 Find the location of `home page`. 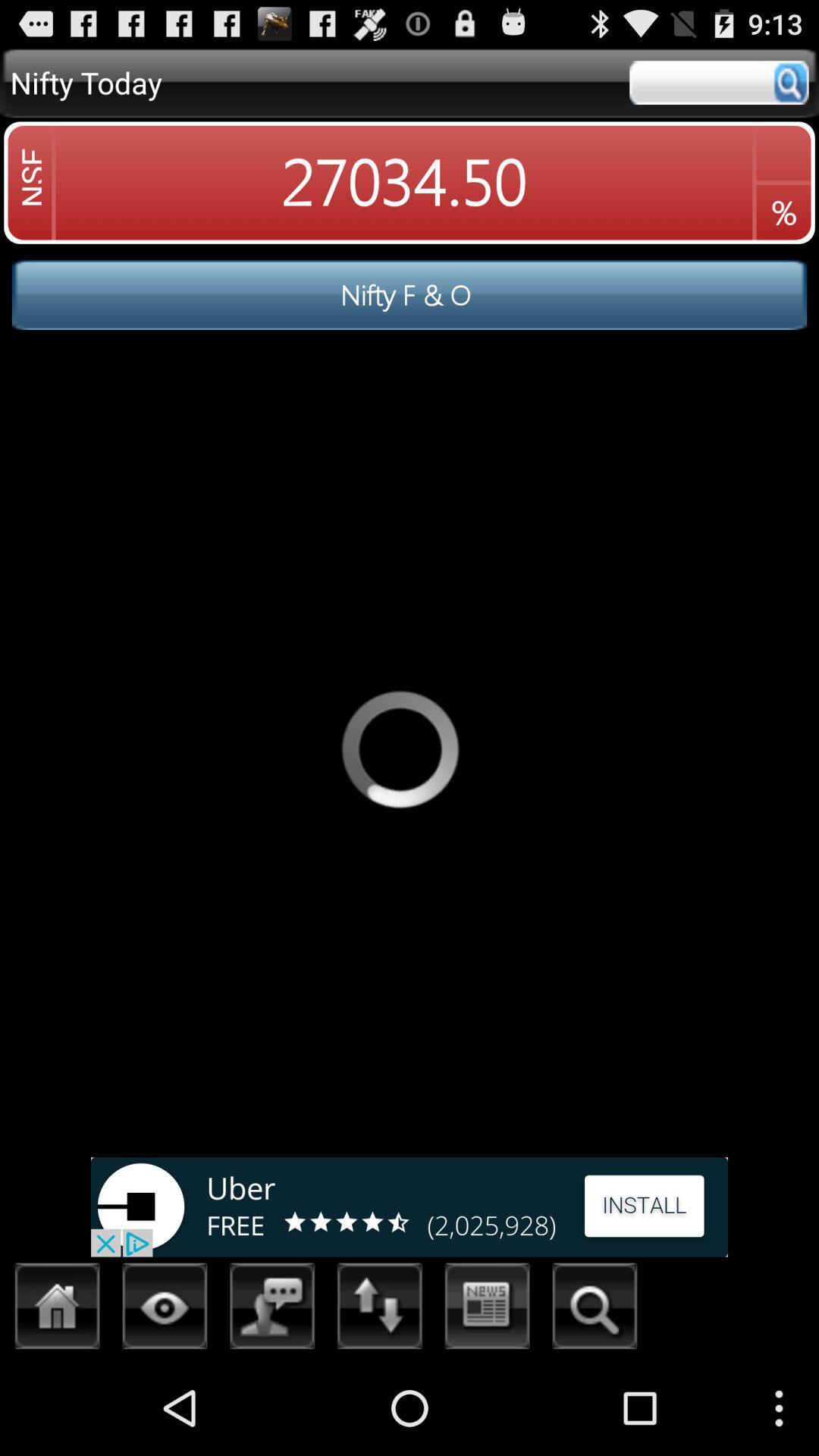

home page is located at coordinates (57, 1310).